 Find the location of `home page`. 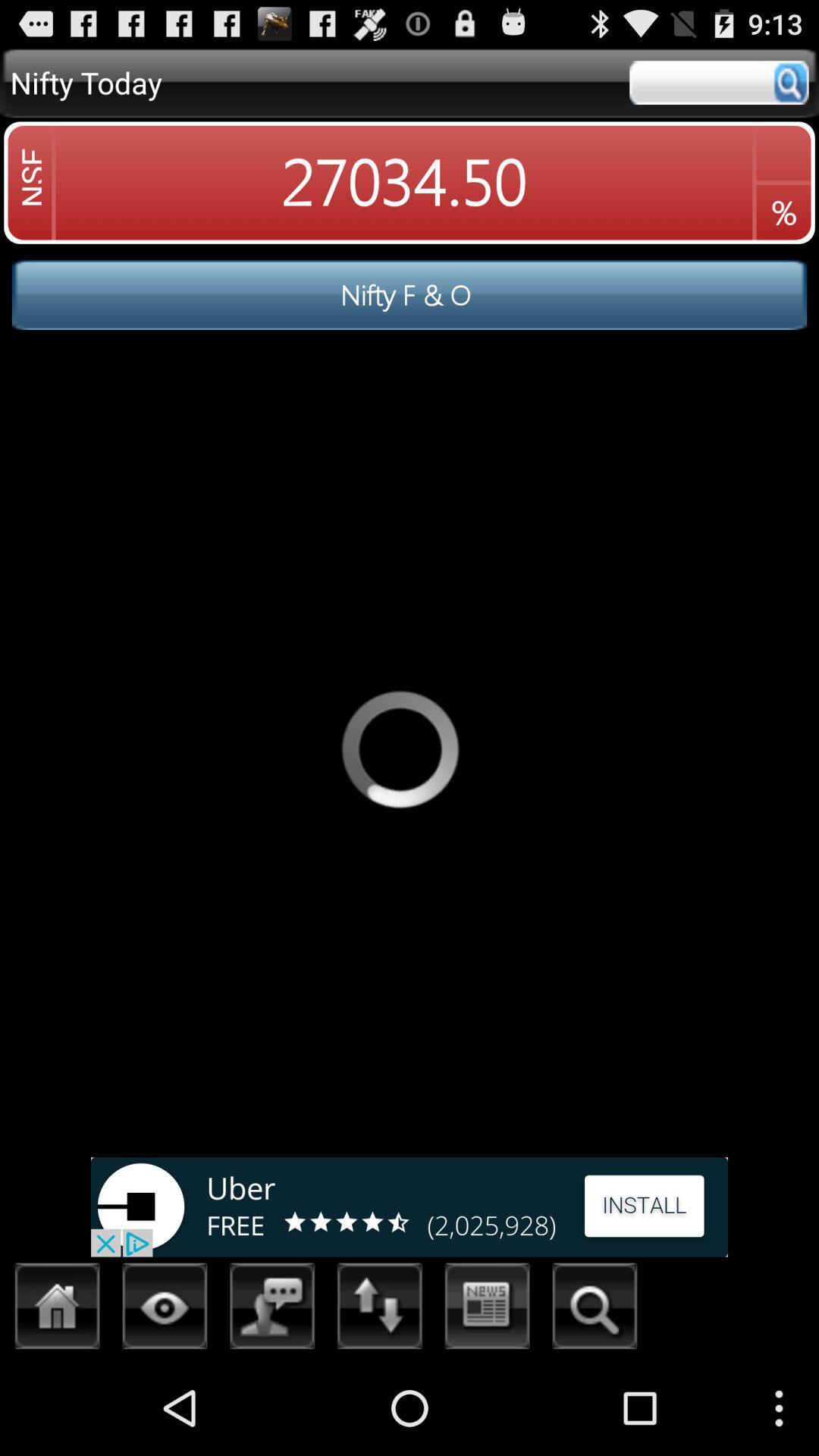

home page is located at coordinates (57, 1310).